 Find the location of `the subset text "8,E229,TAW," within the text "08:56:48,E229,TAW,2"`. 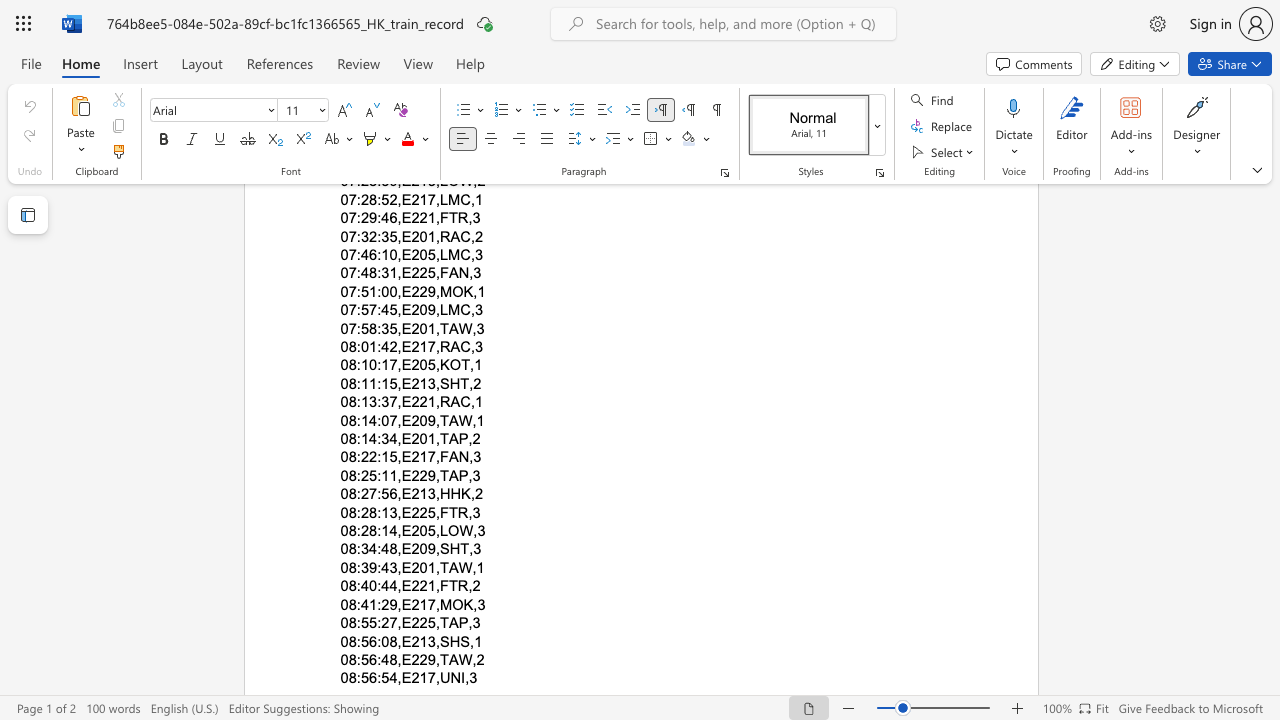

the subset text "8,E229,TAW," within the text "08:56:48,E229,TAW,2" is located at coordinates (389, 659).